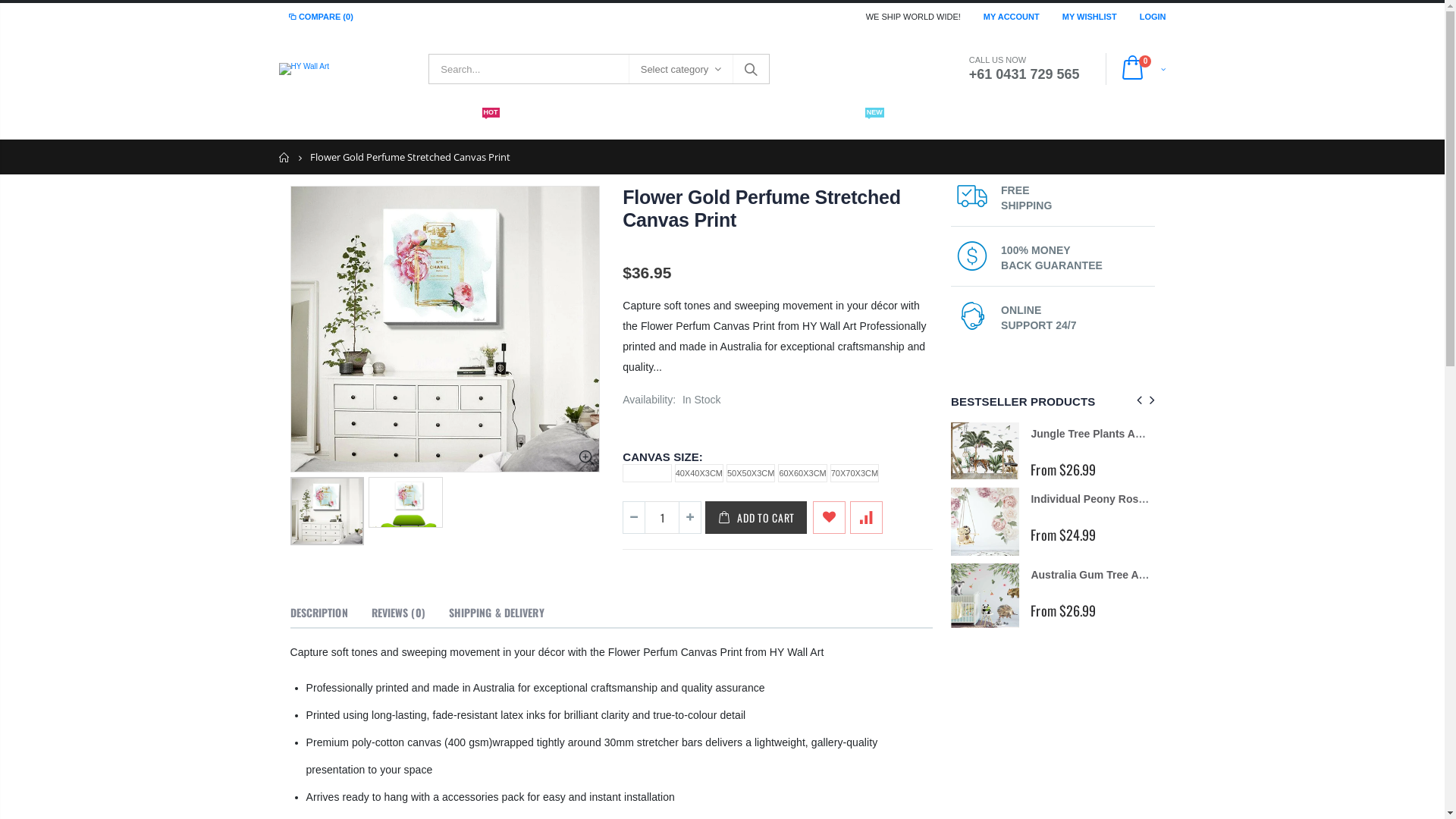 Image resolution: width=1456 pixels, height=819 pixels. I want to click on 'SHIPPING & DELIVERY', so click(496, 613).